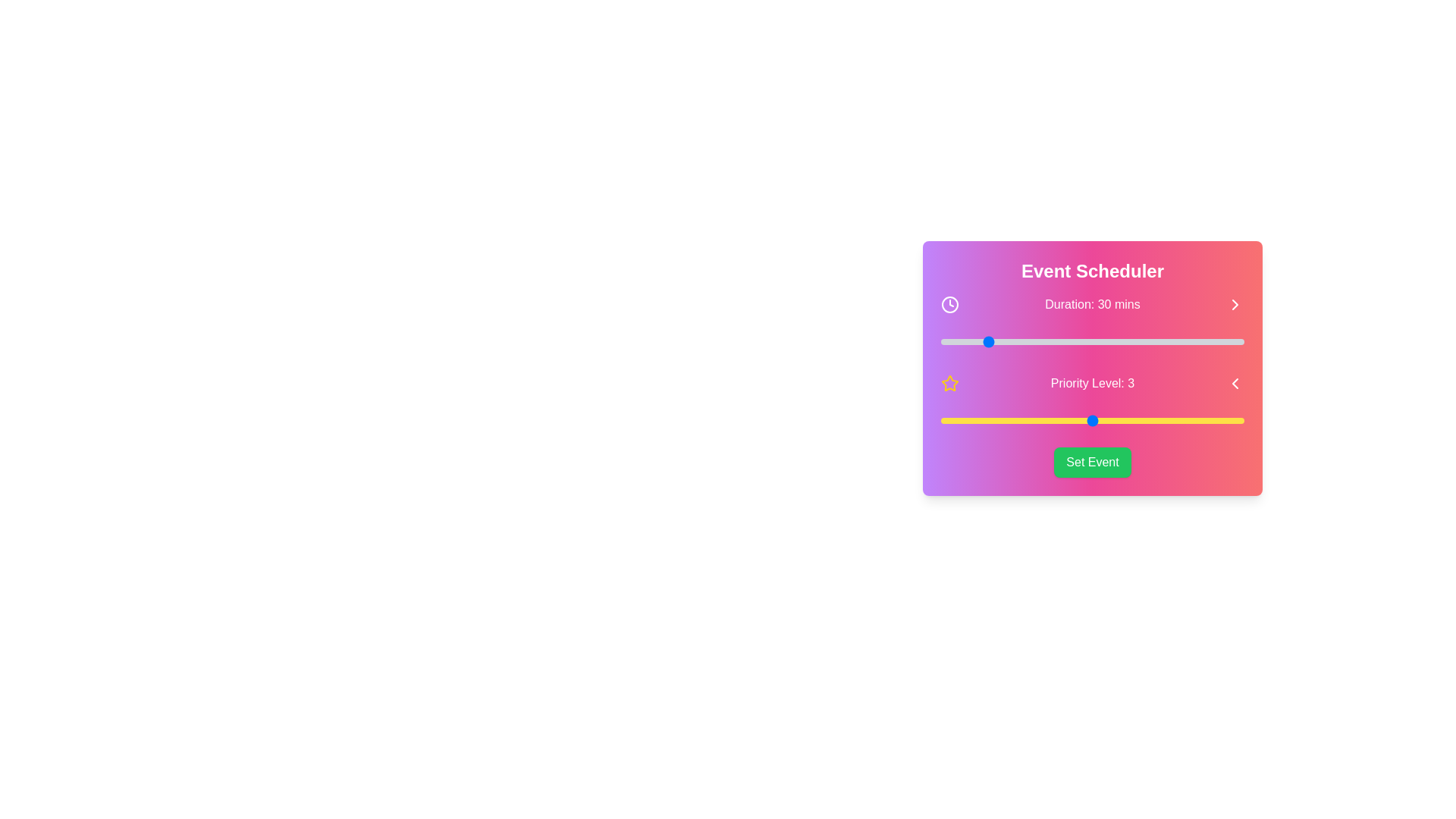  What do you see at coordinates (940, 421) in the screenshot?
I see `priority level` at bounding box center [940, 421].